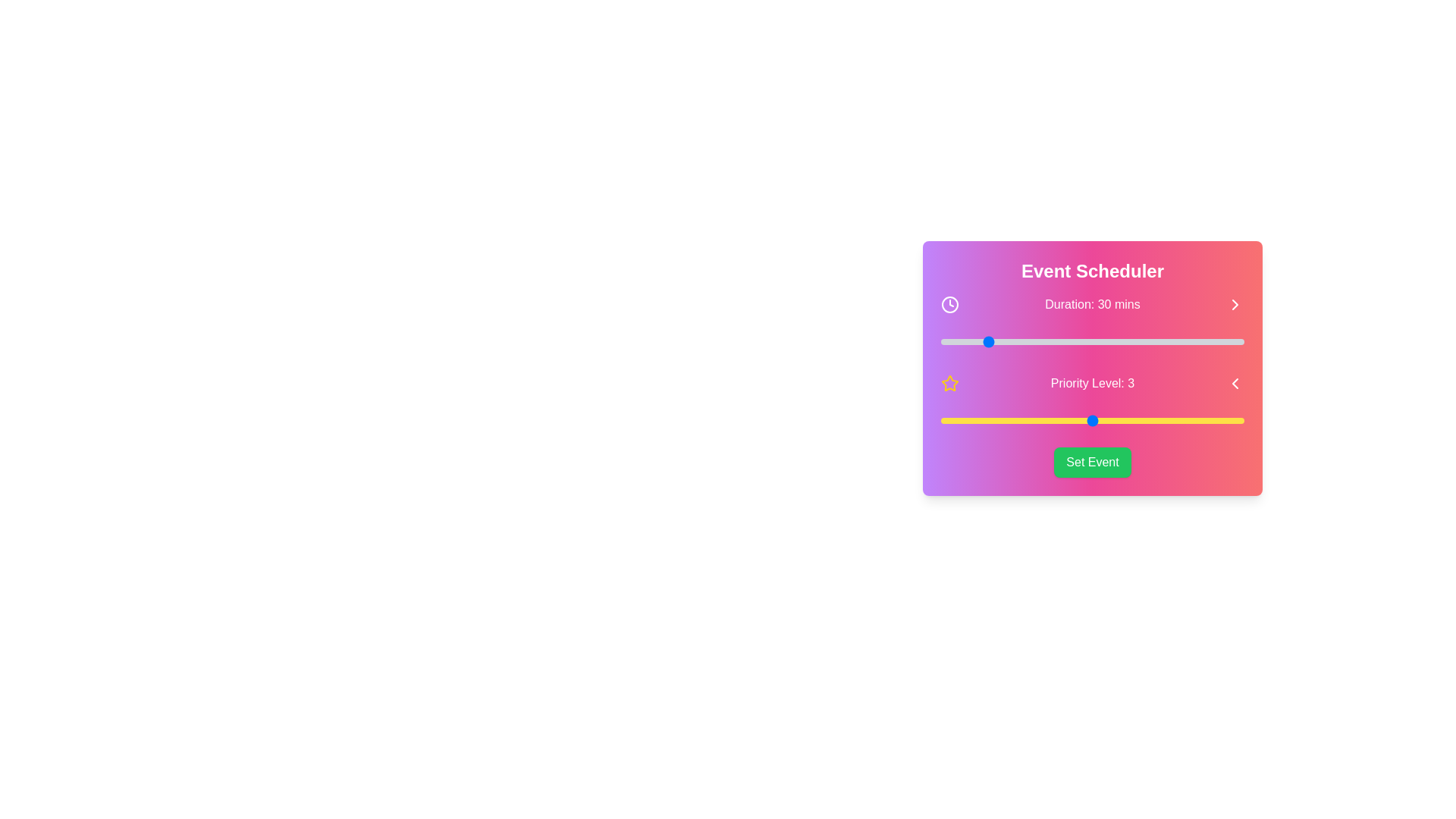  What do you see at coordinates (940, 421) in the screenshot?
I see `priority level` at bounding box center [940, 421].